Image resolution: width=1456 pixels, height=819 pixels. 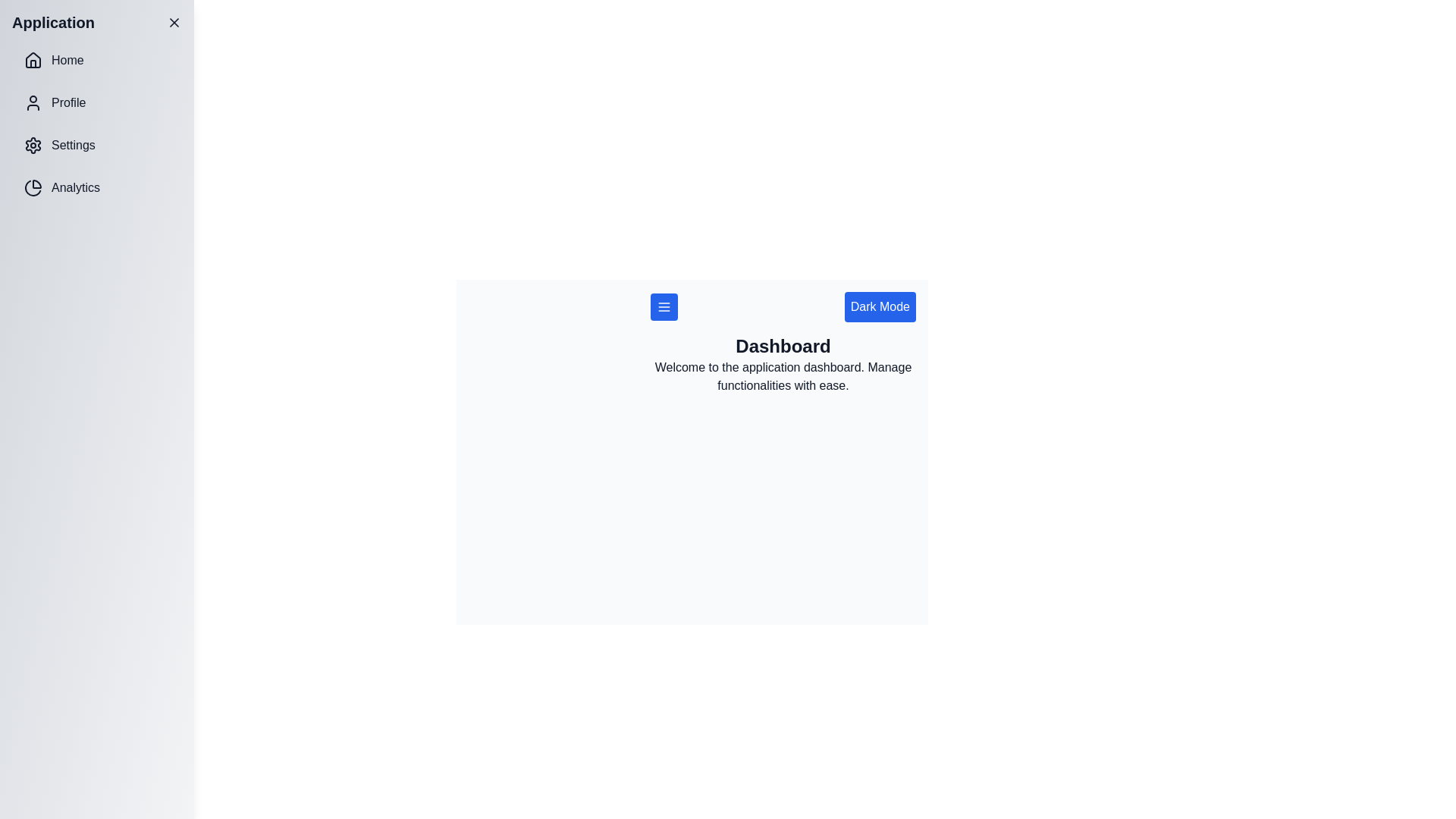 What do you see at coordinates (67, 102) in the screenshot?
I see `keyboard navigation` at bounding box center [67, 102].